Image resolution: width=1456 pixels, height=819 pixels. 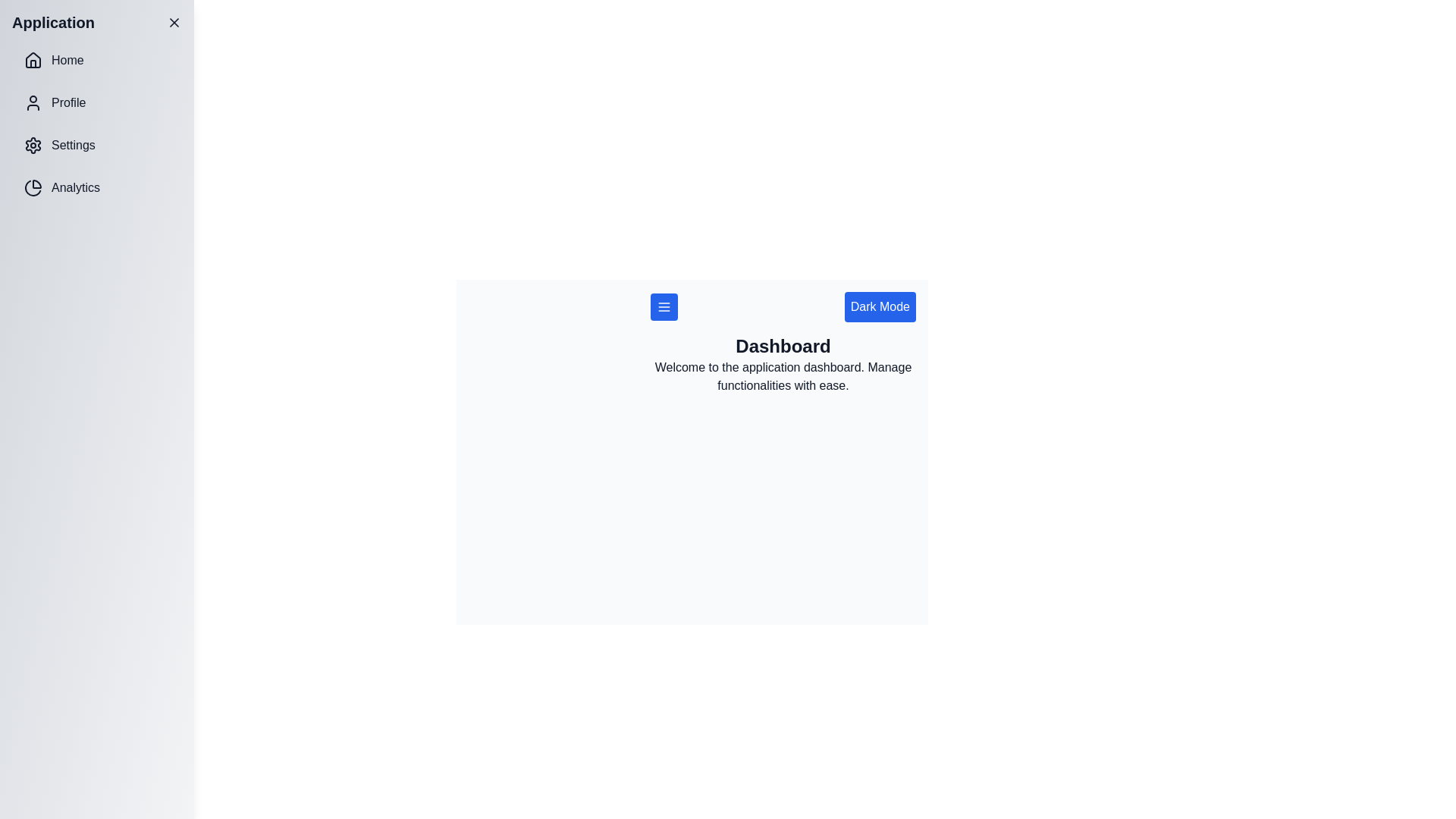 What do you see at coordinates (67, 102) in the screenshot?
I see `keyboard navigation` at bounding box center [67, 102].